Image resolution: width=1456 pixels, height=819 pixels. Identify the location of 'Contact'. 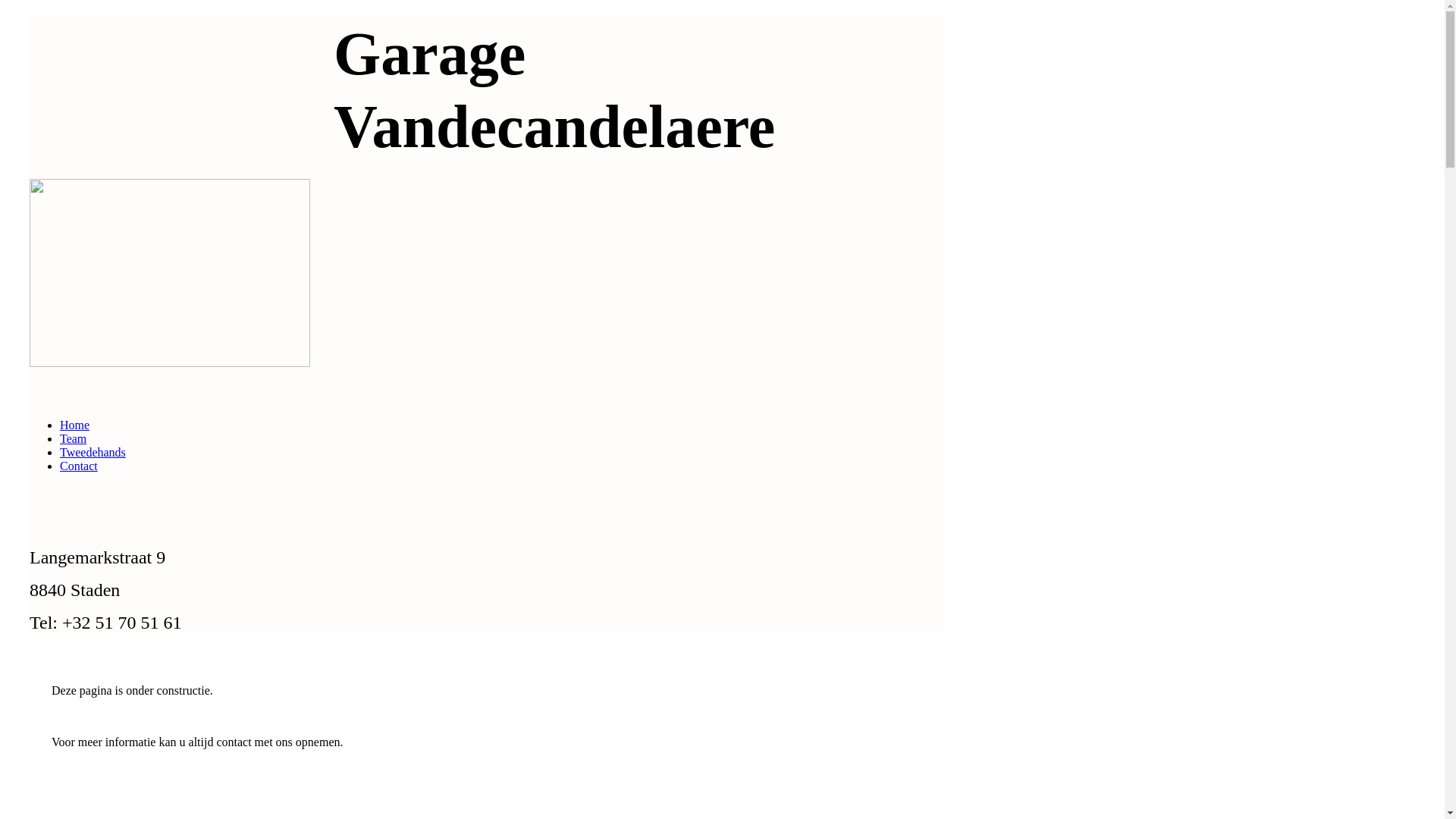
(78, 465).